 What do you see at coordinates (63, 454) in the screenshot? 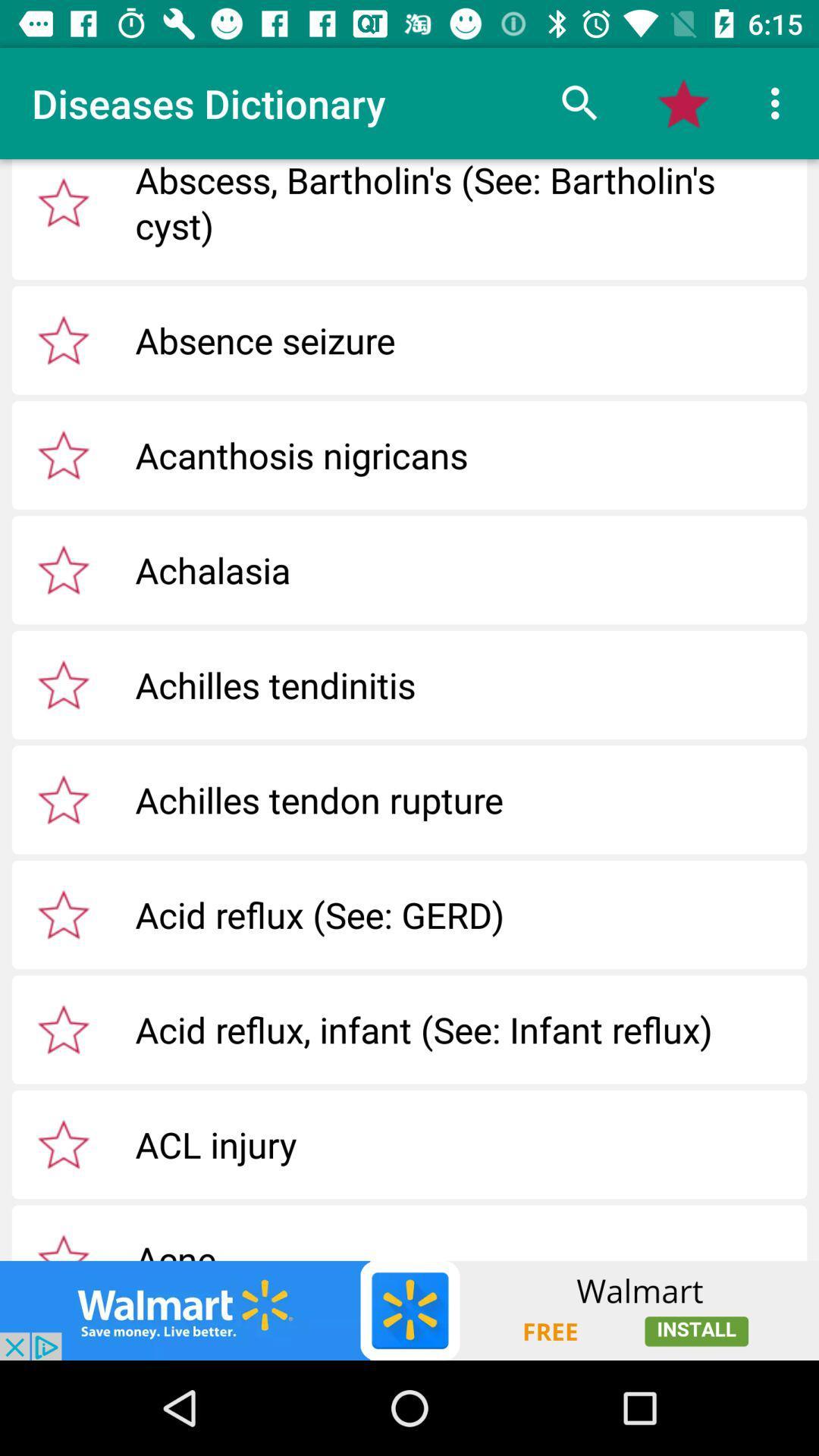
I see `click star to favorite` at bounding box center [63, 454].